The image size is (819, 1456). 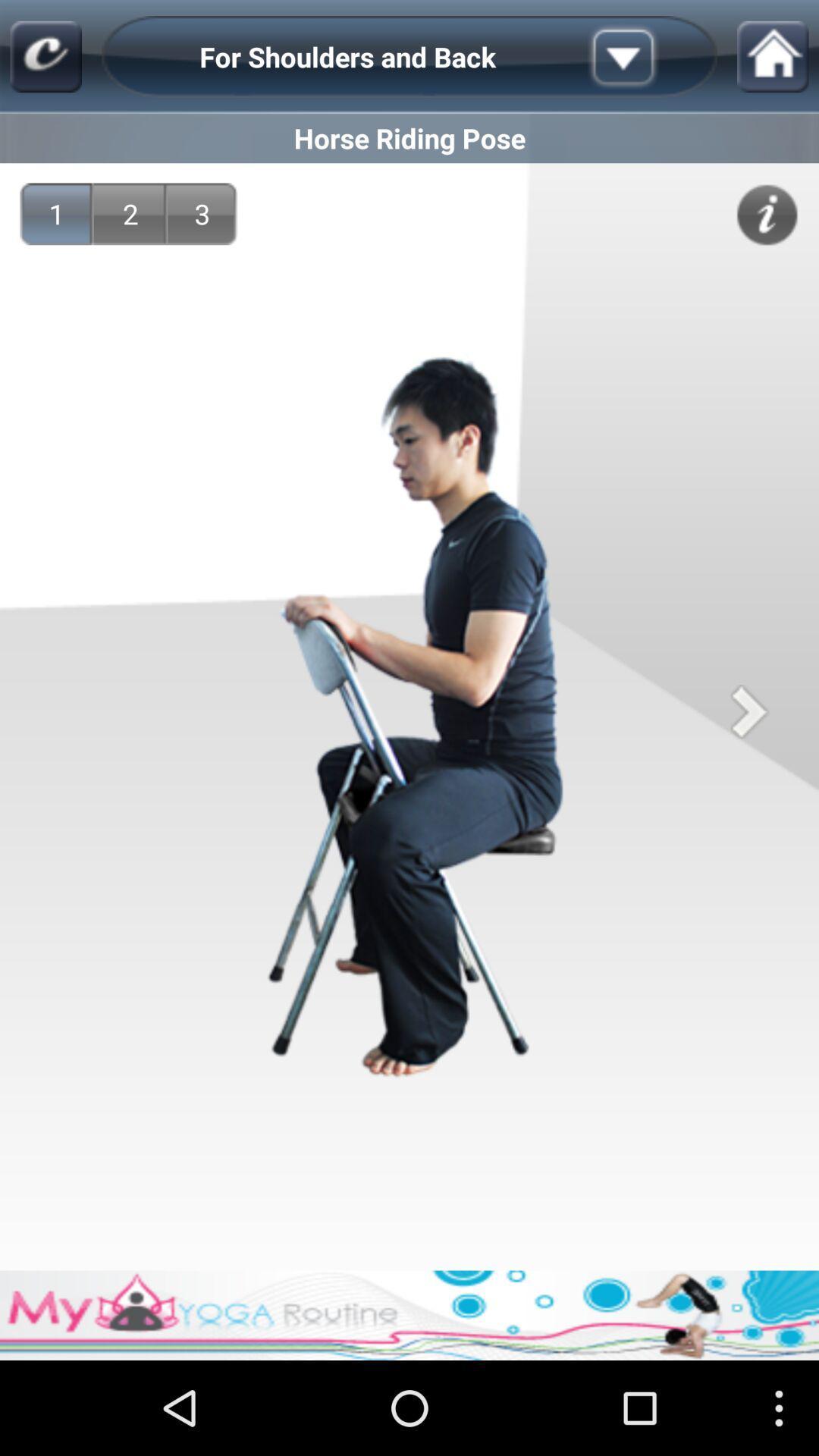 I want to click on icon above the horse riding pose app, so click(x=647, y=57).